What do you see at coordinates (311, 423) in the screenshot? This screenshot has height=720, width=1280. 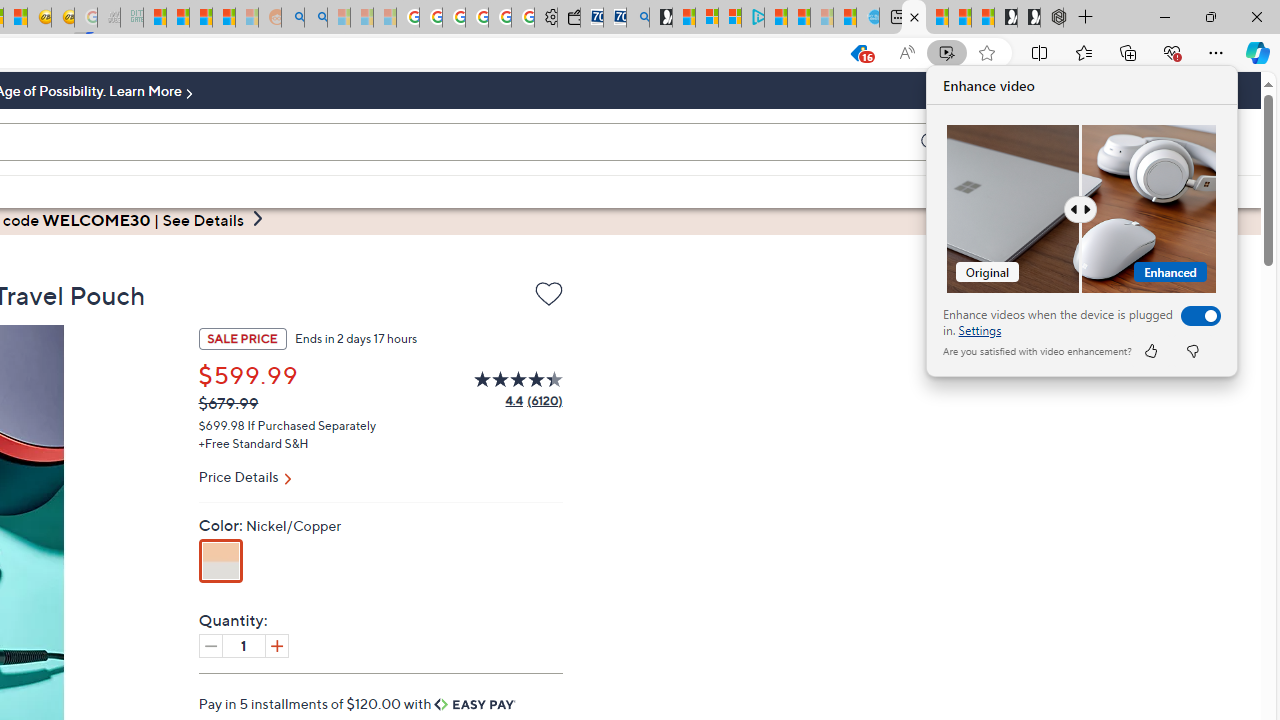 I see `'If Purchased Separately'` at bounding box center [311, 423].